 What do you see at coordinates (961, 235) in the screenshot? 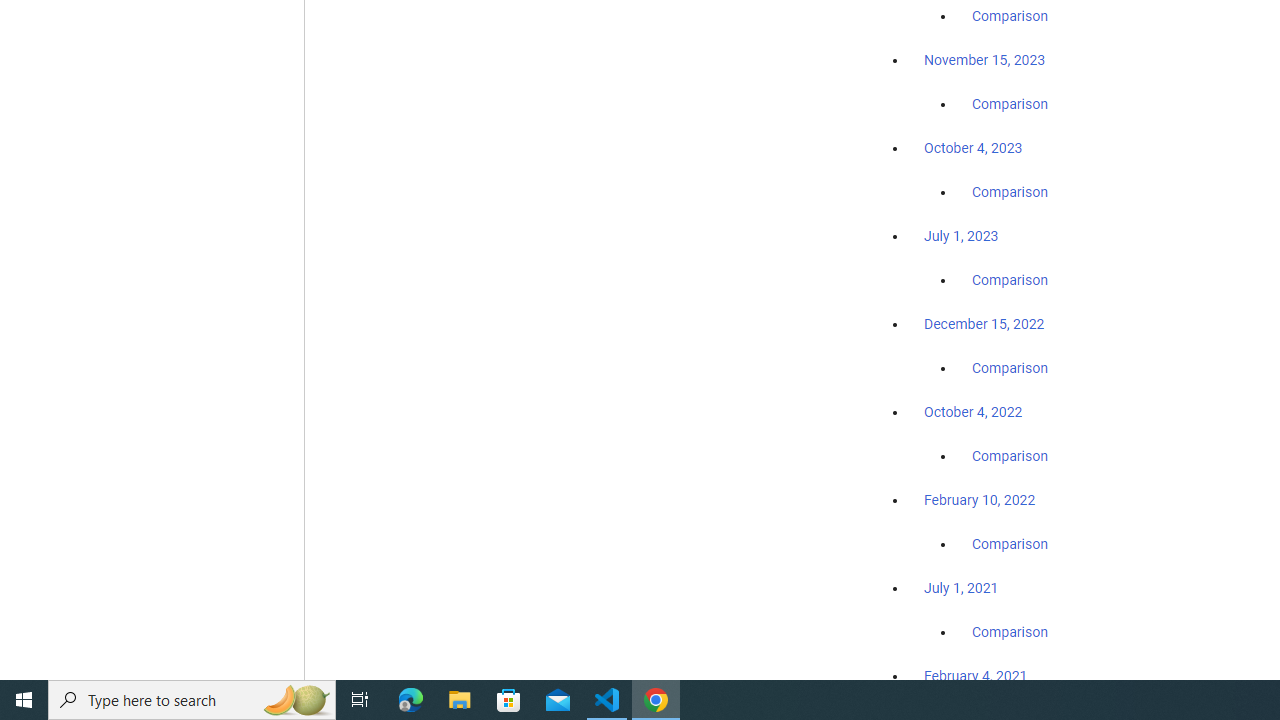
I see `'July 1, 2023'` at bounding box center [961, 235].